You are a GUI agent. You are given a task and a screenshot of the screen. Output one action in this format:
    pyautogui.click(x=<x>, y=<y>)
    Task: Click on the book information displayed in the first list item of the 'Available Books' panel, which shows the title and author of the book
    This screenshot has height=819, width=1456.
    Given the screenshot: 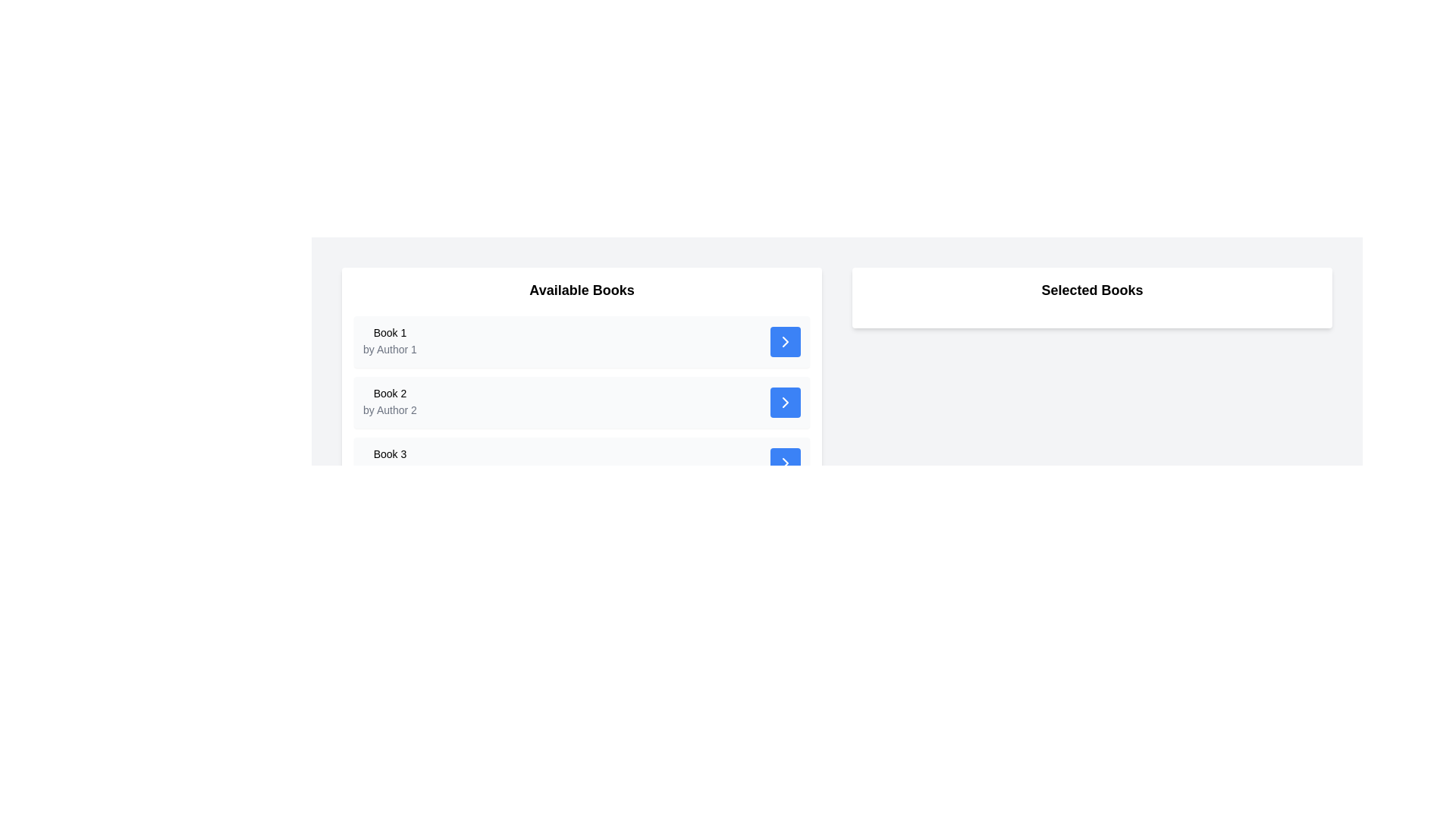 What is the action you would take?
    pyautogui.click(x=390, y=342)
    